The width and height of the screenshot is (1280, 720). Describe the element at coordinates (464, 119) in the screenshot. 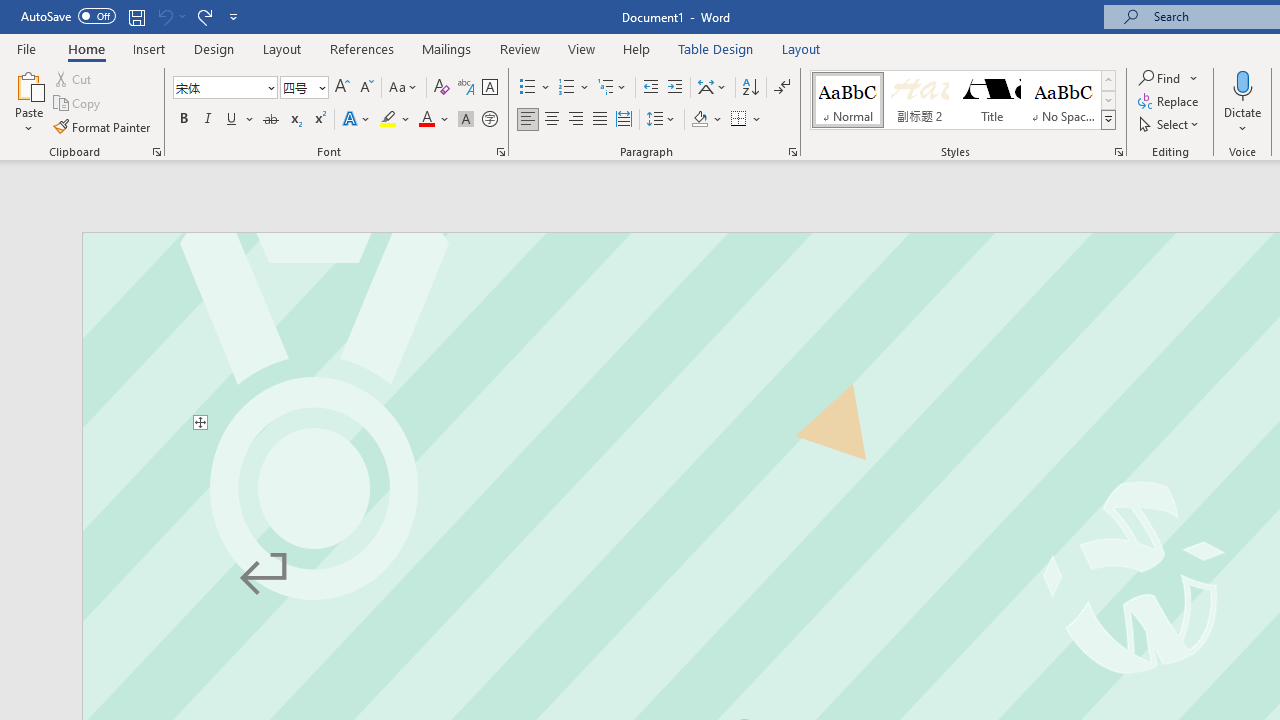

I see `'Character Shading'` at that location.